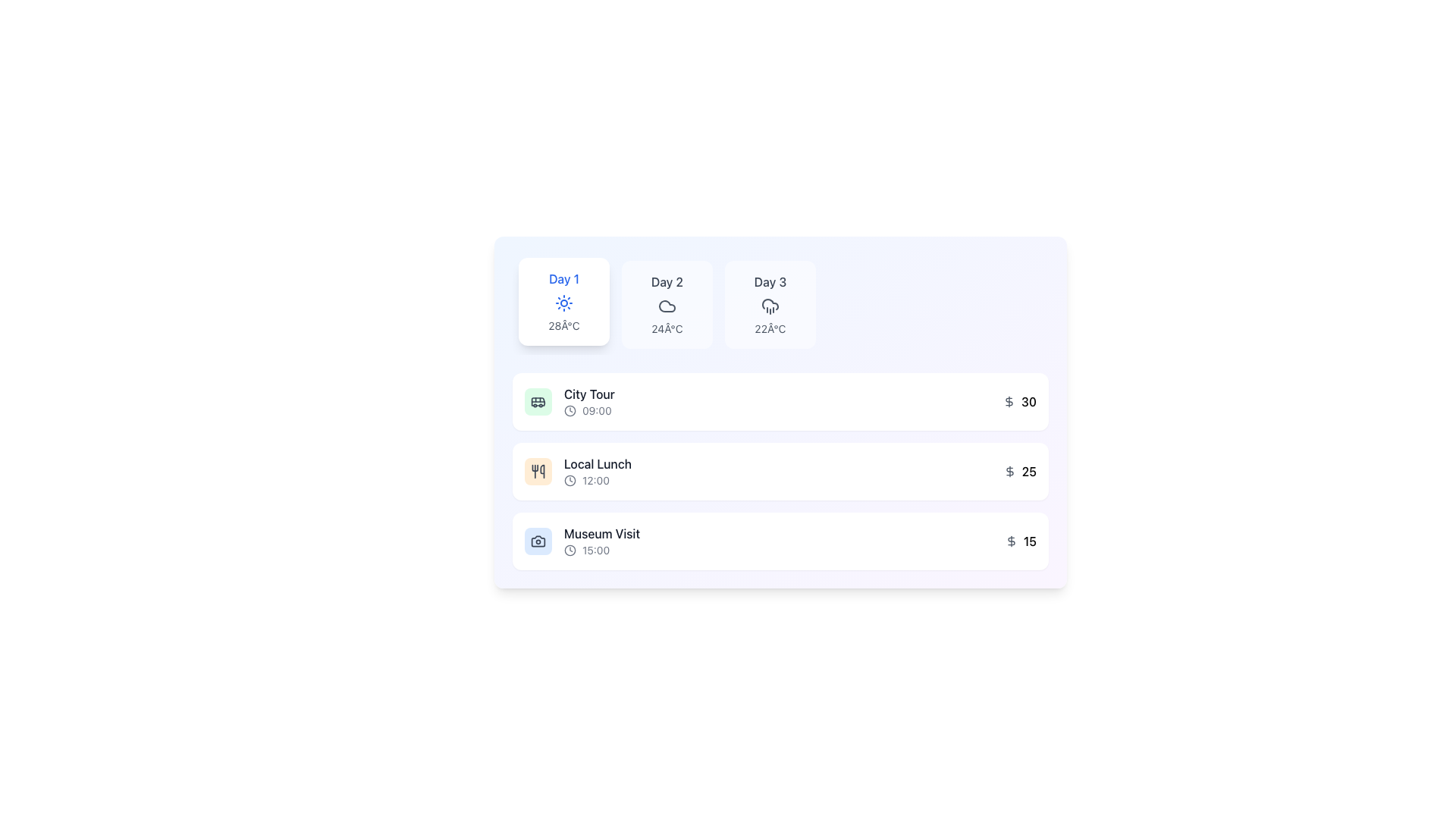 This screenshot has width=1456, height=819. I want to click on accessibility properties of the small circular clock icon located to the left of the text '15:00' in the 'Museum Visit' entry, so click(570, 550).